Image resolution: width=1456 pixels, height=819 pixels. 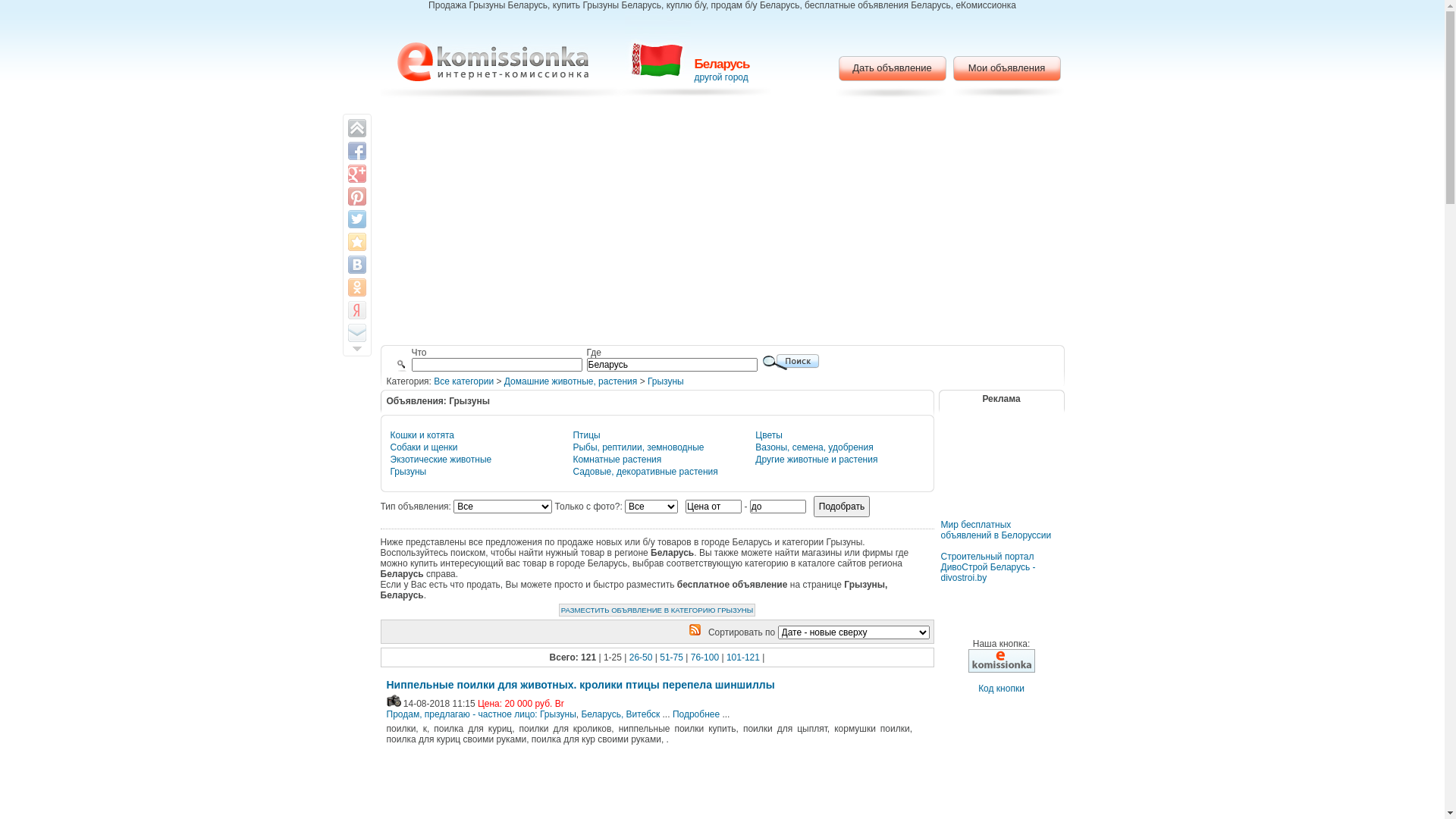 I want to click on 'Email this to a friend', so click(x=356, y=332).